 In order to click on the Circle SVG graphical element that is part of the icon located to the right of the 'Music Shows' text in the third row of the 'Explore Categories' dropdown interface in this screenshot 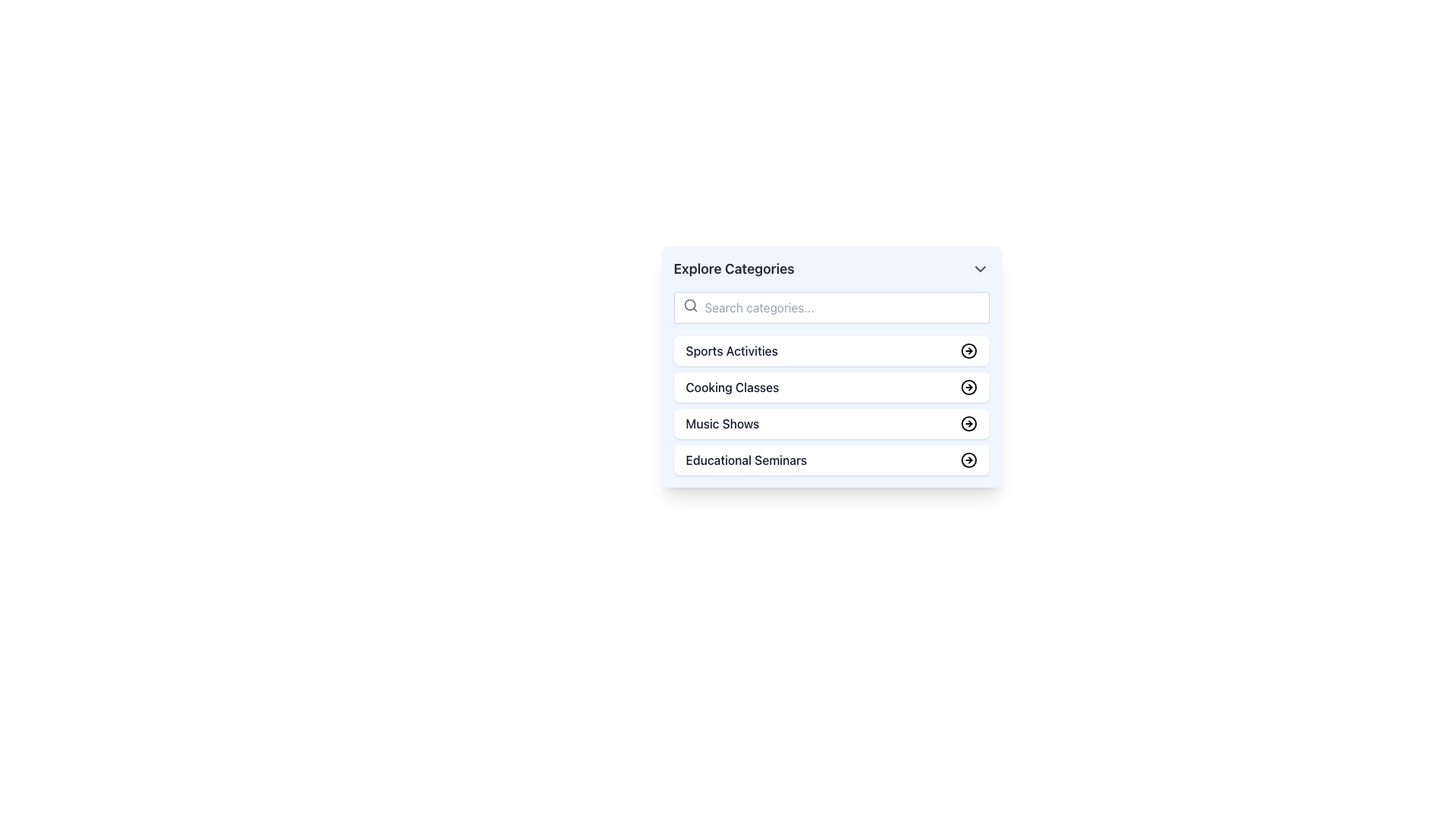, I will do `click(968, 424)`.